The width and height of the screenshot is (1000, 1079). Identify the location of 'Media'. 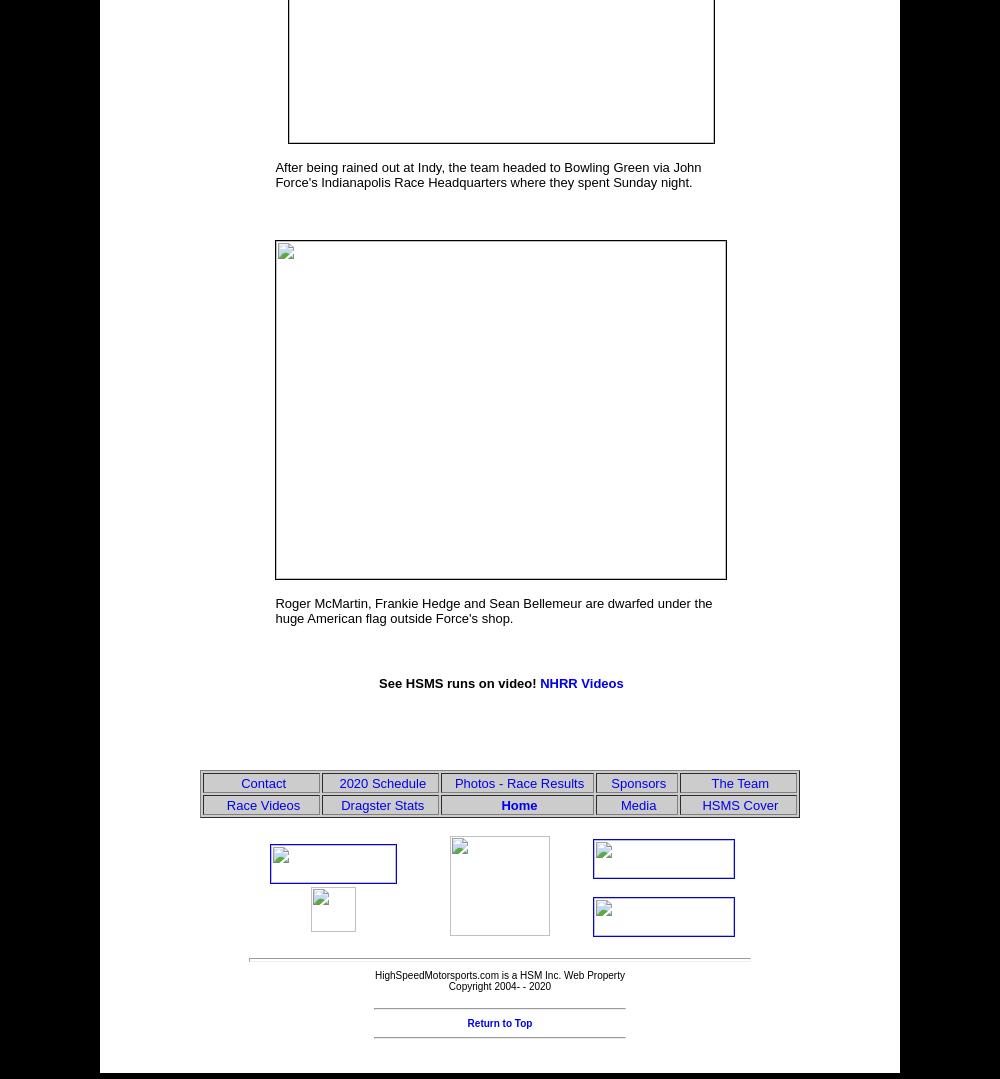
(638, 804).